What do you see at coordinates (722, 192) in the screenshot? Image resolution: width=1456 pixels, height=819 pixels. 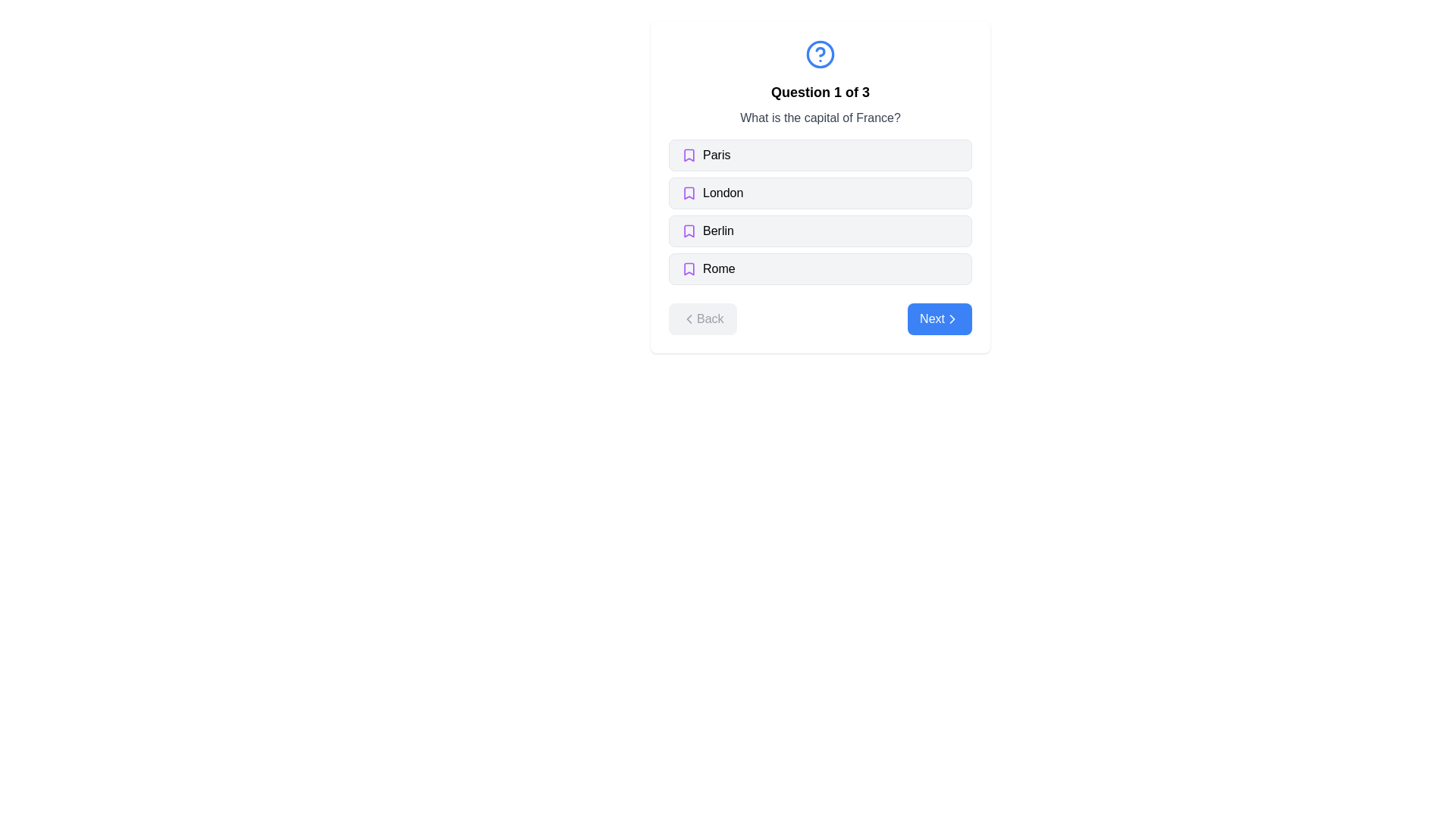 I see `the text label displaying 'London'` at bounding box center [722, 192].